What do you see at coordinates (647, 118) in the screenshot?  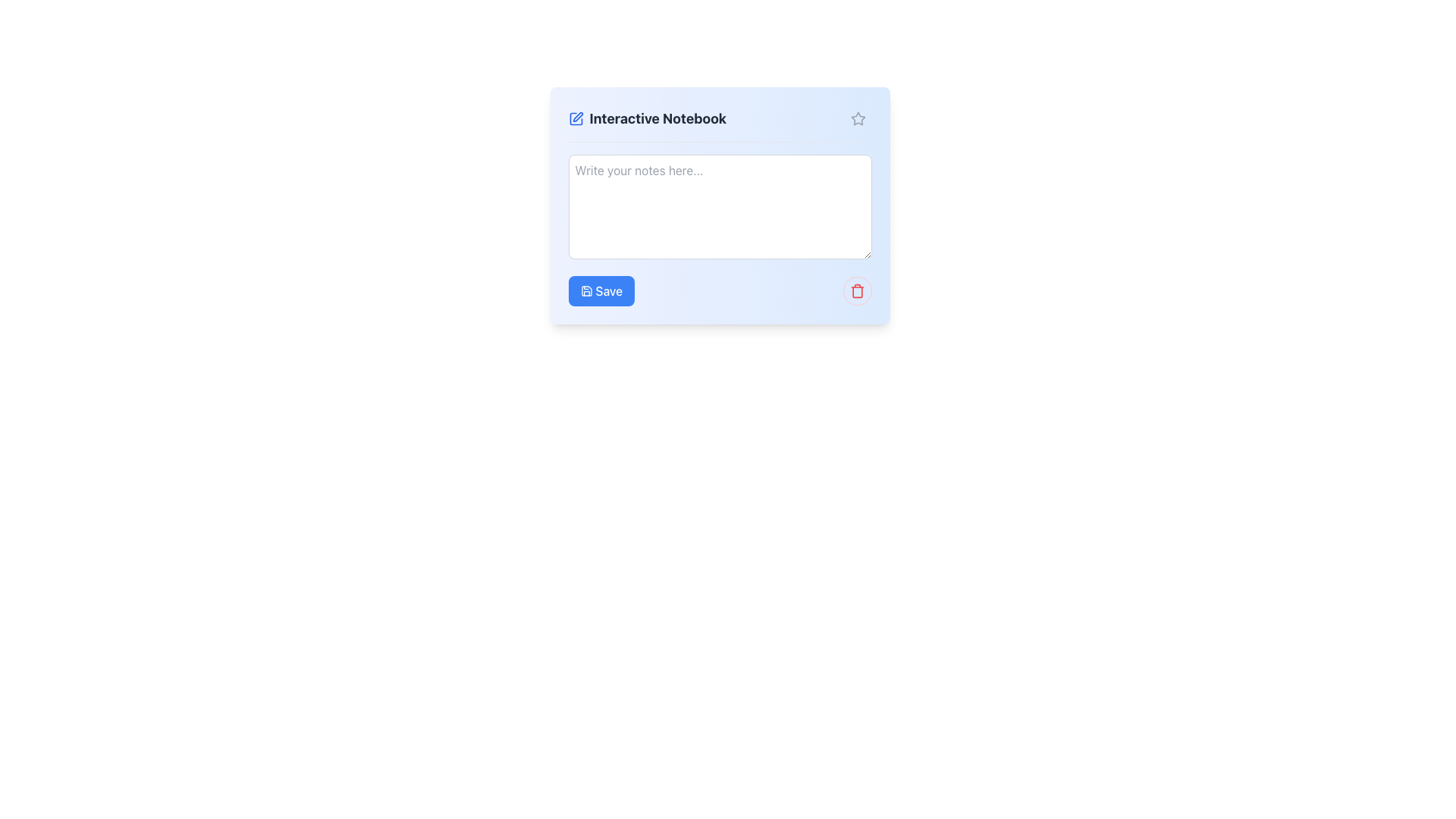 I see `the 'Interactive Notebook' label with a blue pen icon located at the top-left of the card interface, positioned within the title section above the input and buttons` at bounding box center [647, 118].